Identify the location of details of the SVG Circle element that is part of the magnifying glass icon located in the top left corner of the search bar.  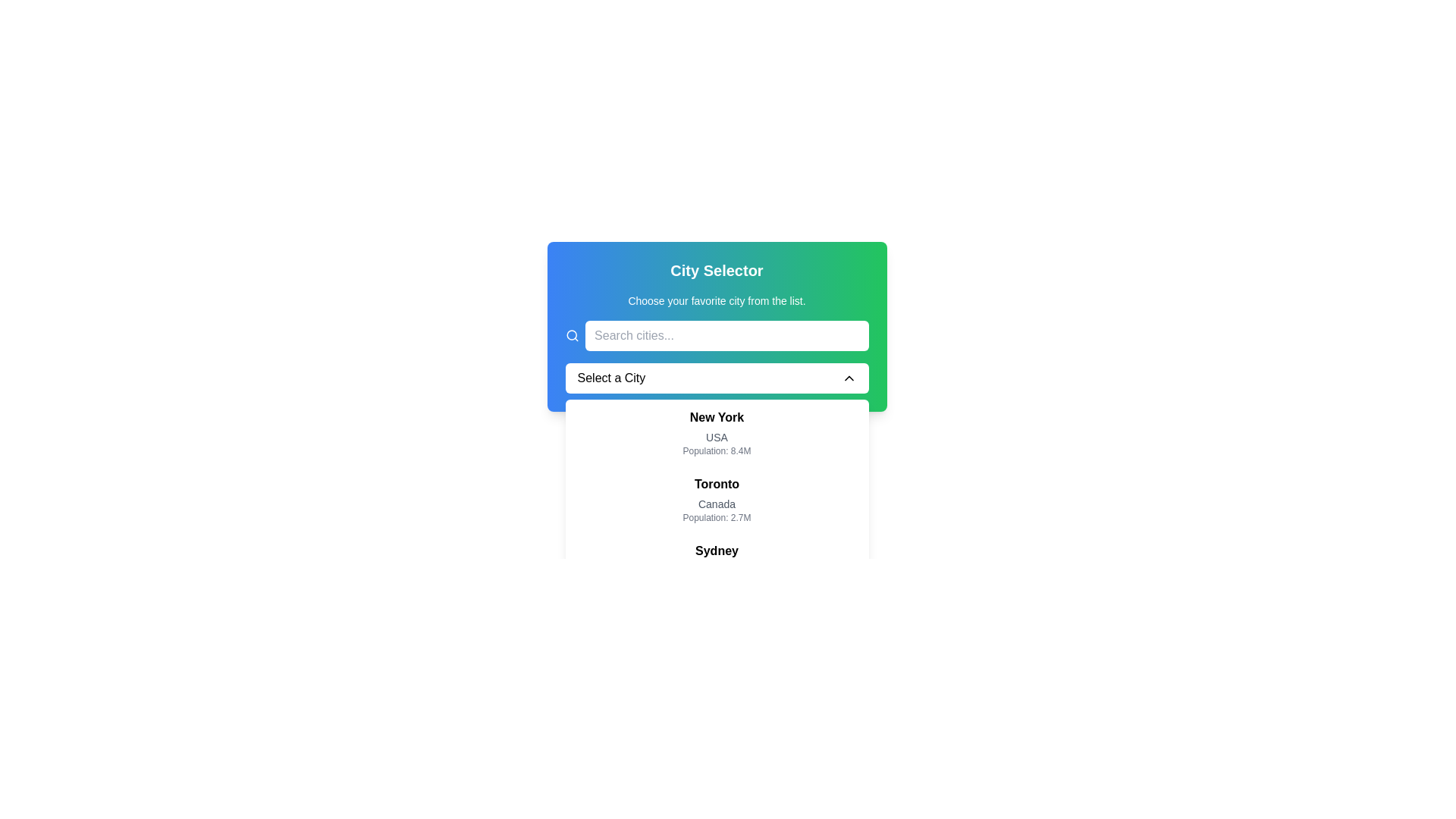
(570, 334).